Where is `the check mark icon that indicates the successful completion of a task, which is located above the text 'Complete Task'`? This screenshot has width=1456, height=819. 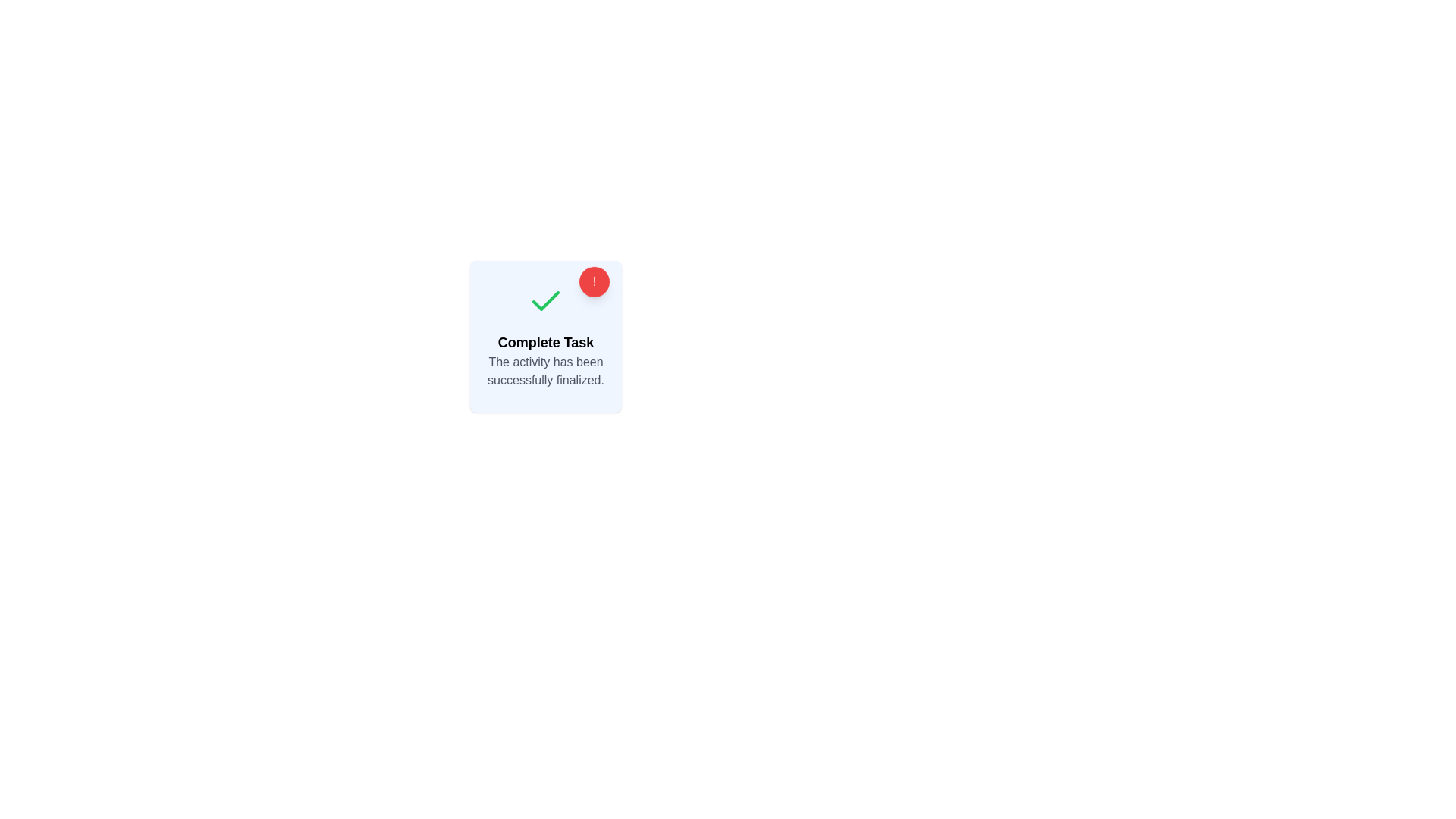 the check mark icon that indicates the successful completion of a task, which is located above the text 'Complete Task' is located at coordinates (546, 301).